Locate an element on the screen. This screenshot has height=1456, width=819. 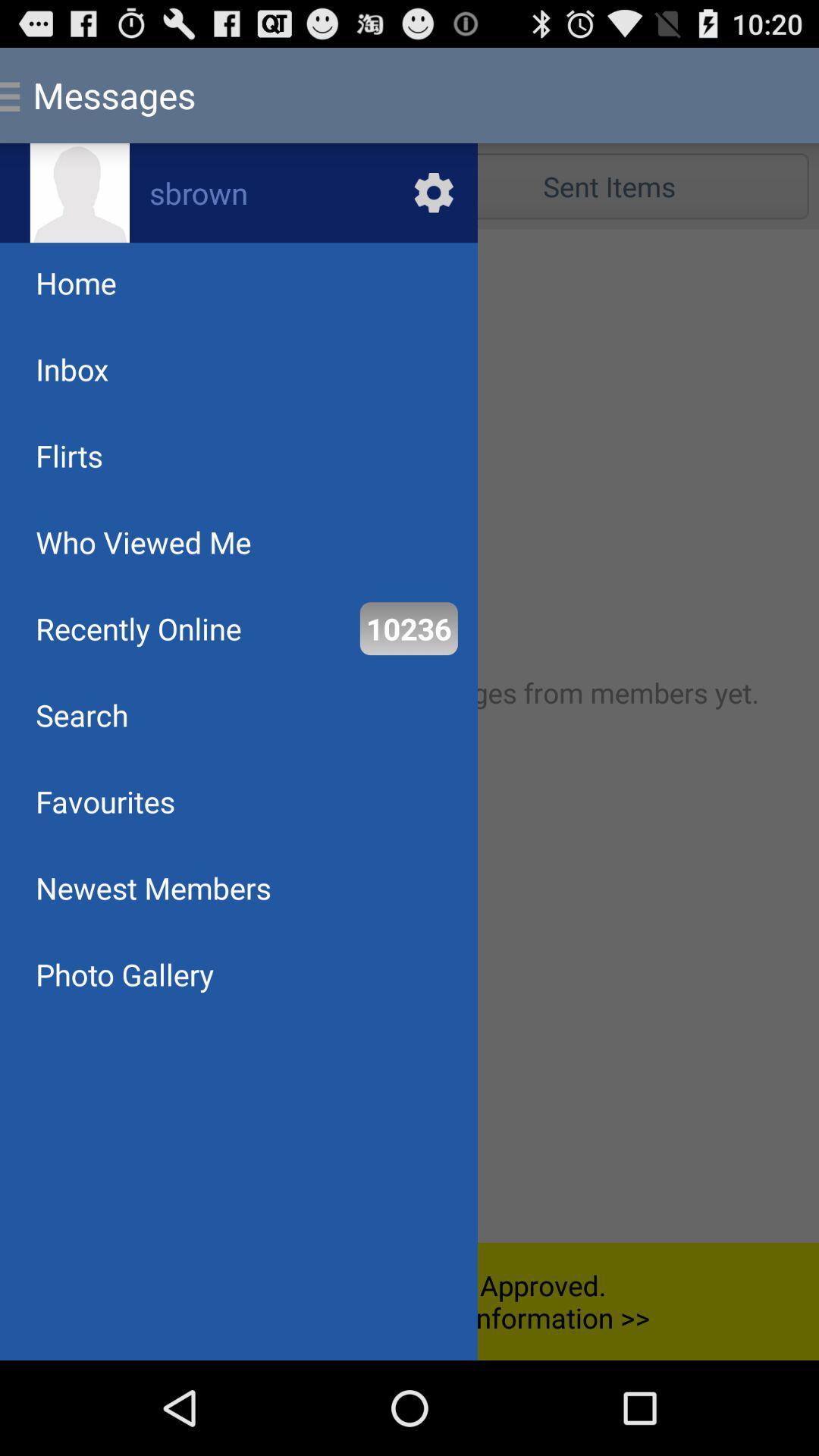
app above the favourites item is located at coordinates (82, 714).